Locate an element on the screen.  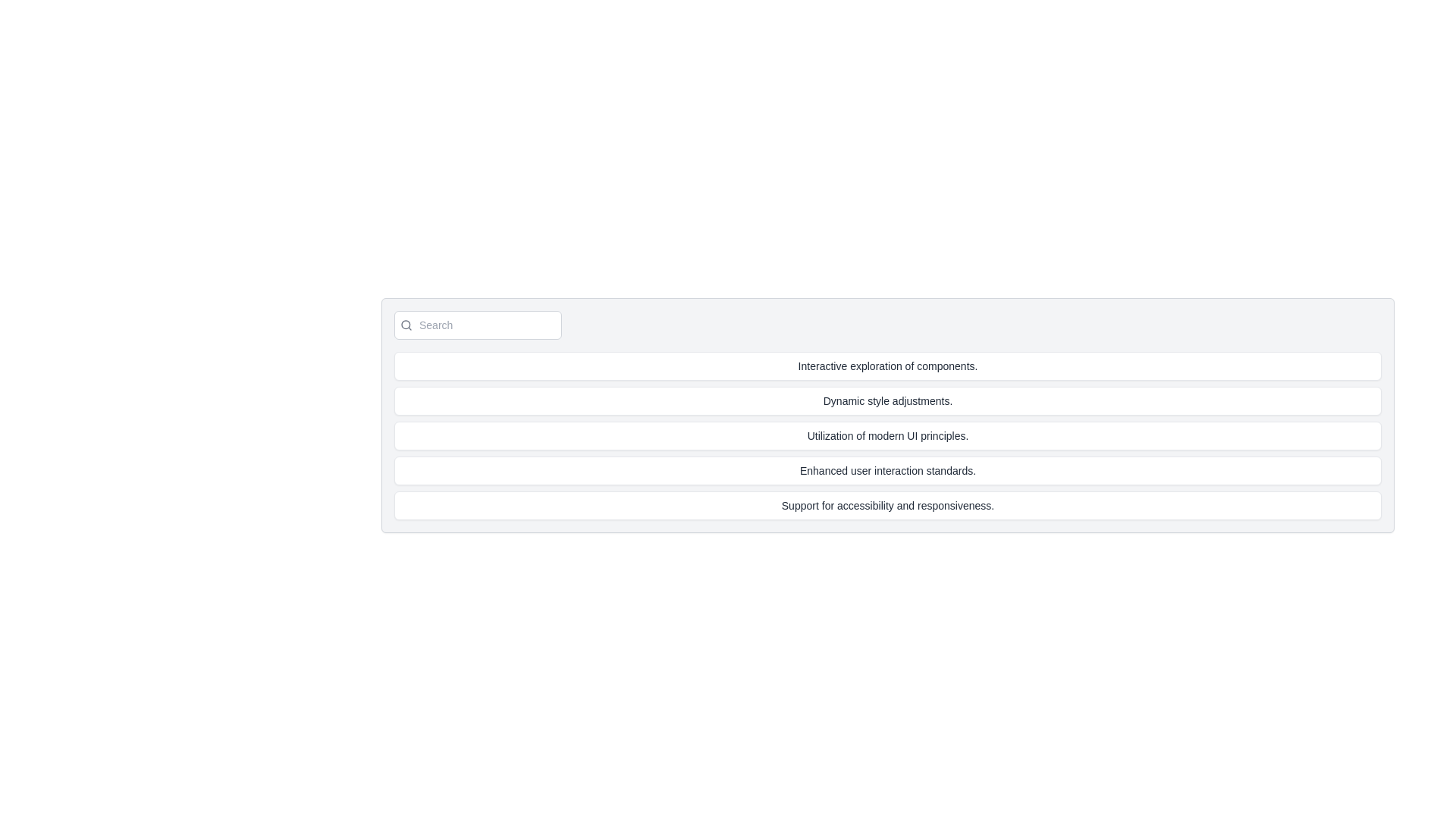
the lowercase letter 'n' in the word 'exploration' which is part of the sentence 'Interactive exploration of components.' is located at coordinates (899, 366).